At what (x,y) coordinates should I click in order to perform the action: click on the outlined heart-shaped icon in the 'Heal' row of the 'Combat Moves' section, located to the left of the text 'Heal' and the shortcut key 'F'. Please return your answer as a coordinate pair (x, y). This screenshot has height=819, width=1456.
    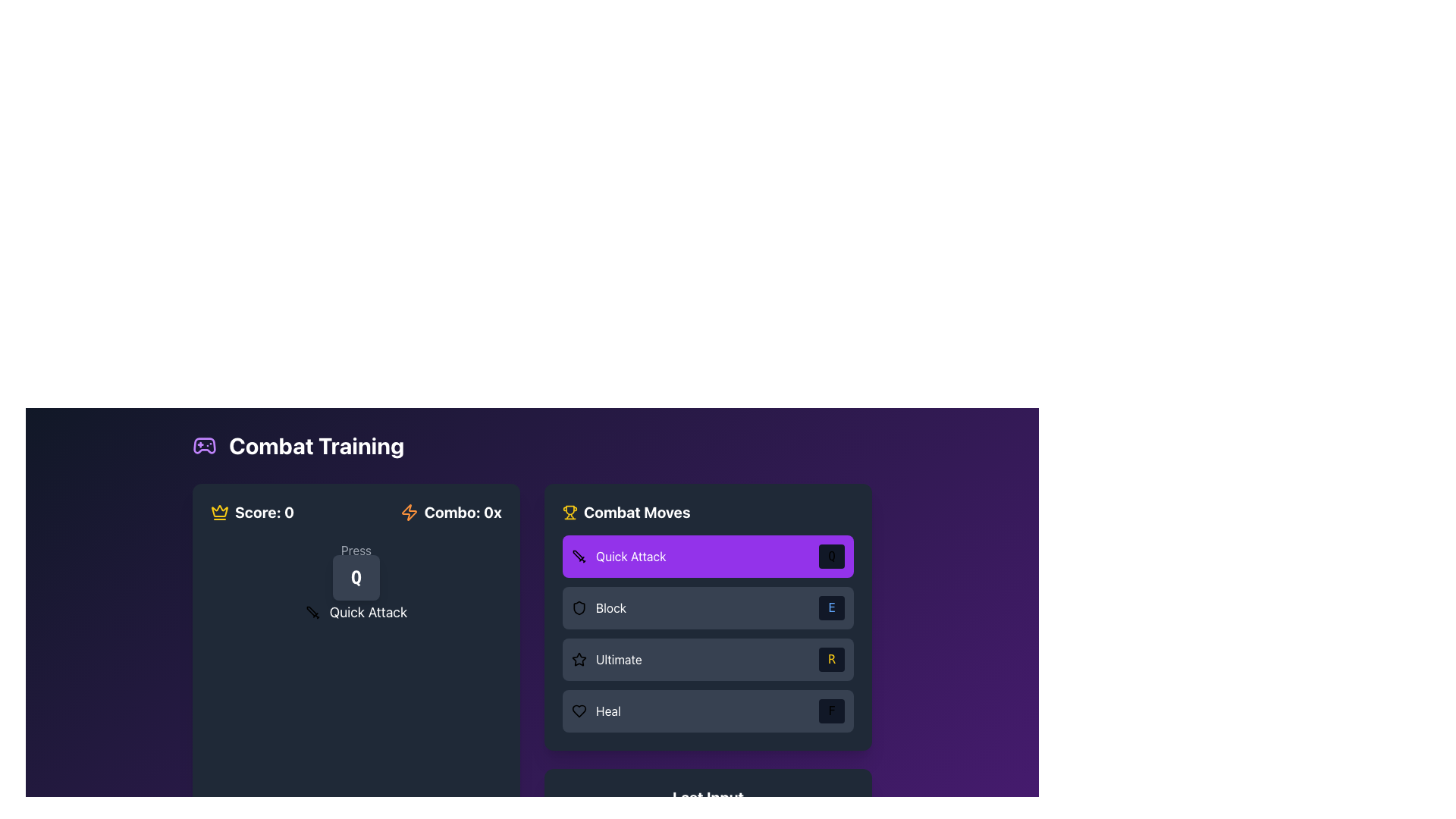
    Looking at the image, I should click on (578, 711).